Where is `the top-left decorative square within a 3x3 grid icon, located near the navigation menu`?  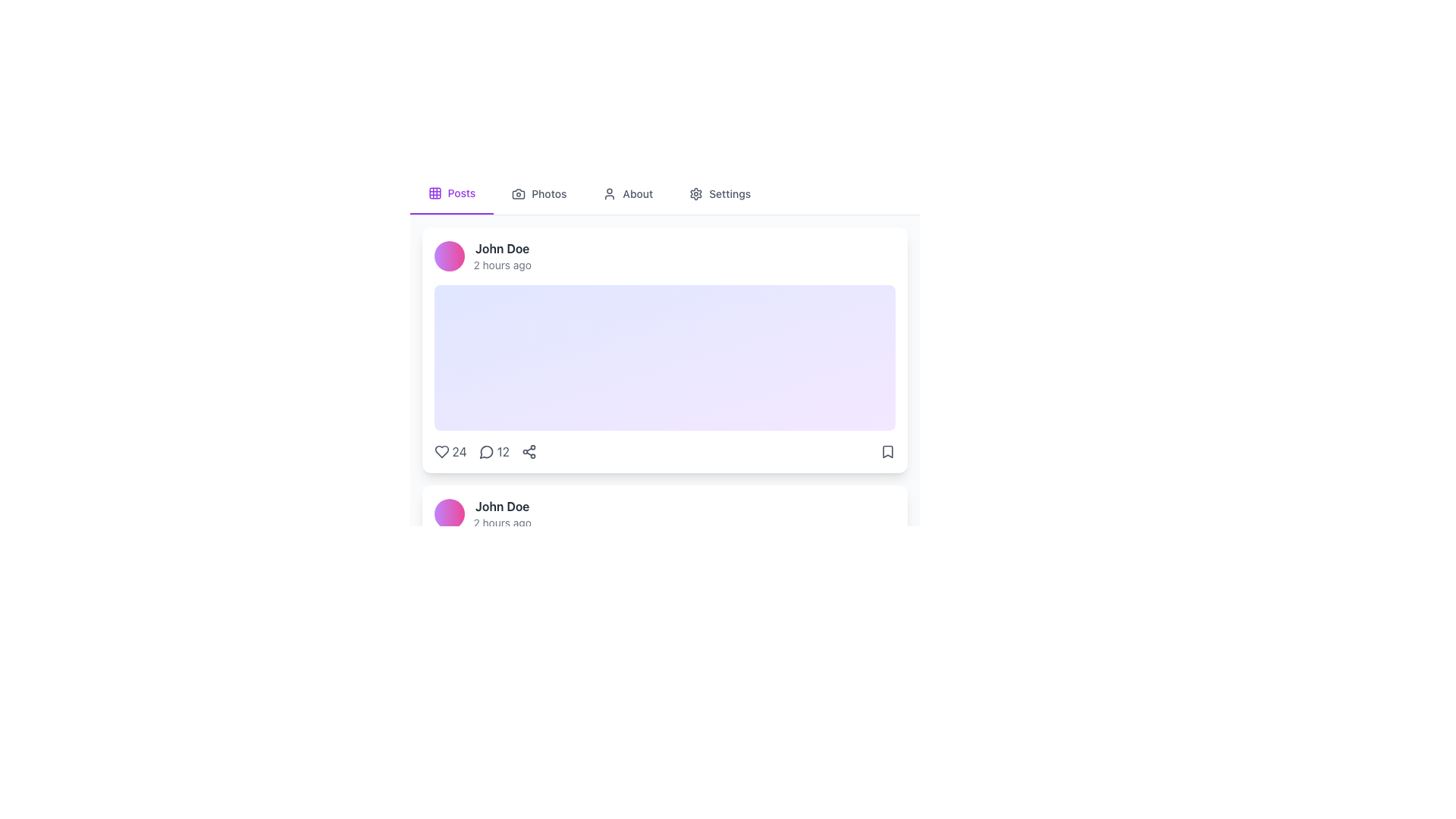 the top-left decorative square within a 3x3 grid icon, located near the navigation menu is located at coordinates (434, 192).